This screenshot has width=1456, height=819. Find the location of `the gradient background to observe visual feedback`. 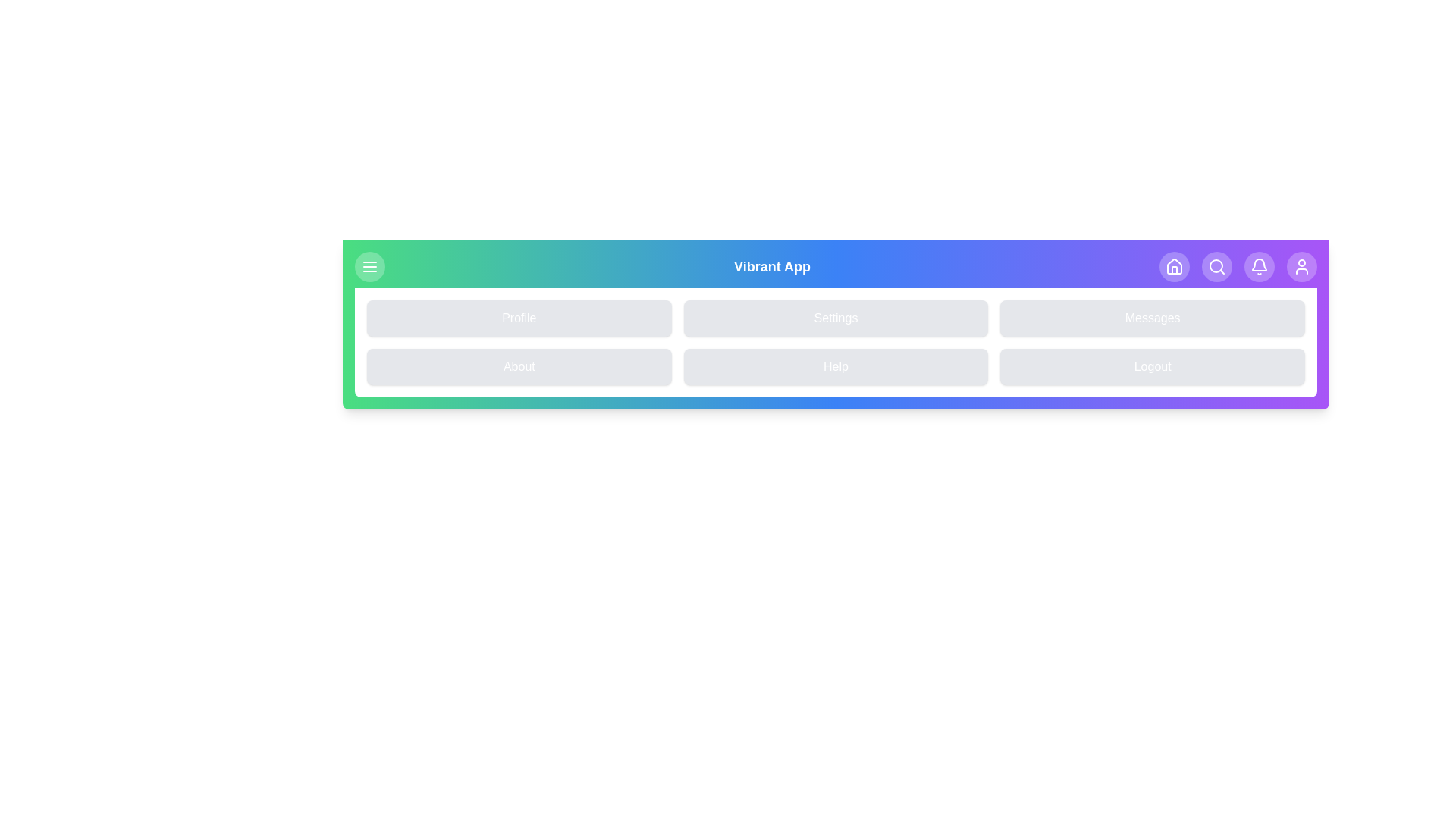

the gradient background to observe visual feedback is located at coordinates (835, 324).